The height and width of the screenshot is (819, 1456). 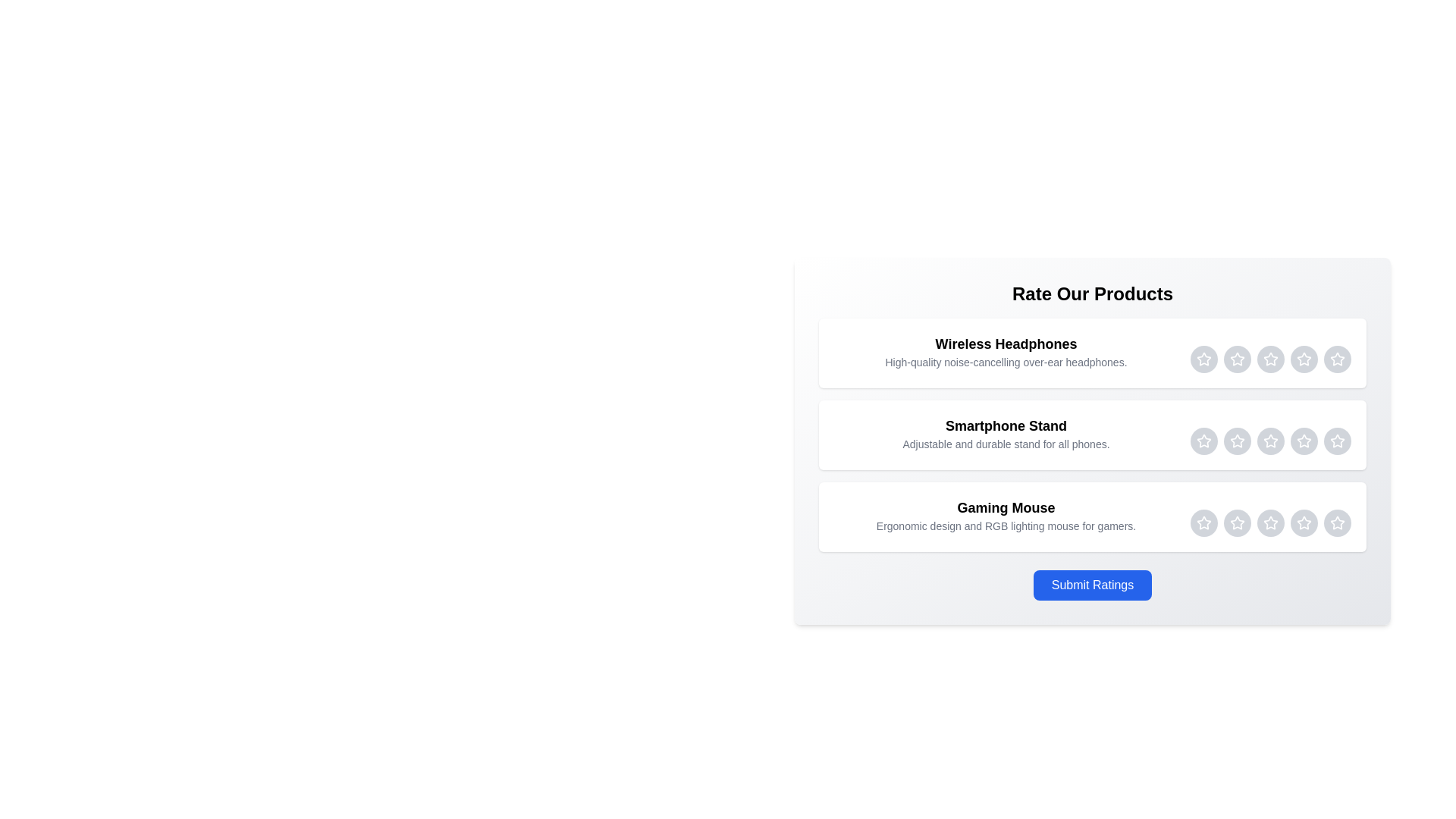 What do you see at coordinates (1203, 522) in the screenshot?
I see `the Gaming Mouse rating star 1` at bounding box center [1203, 522].